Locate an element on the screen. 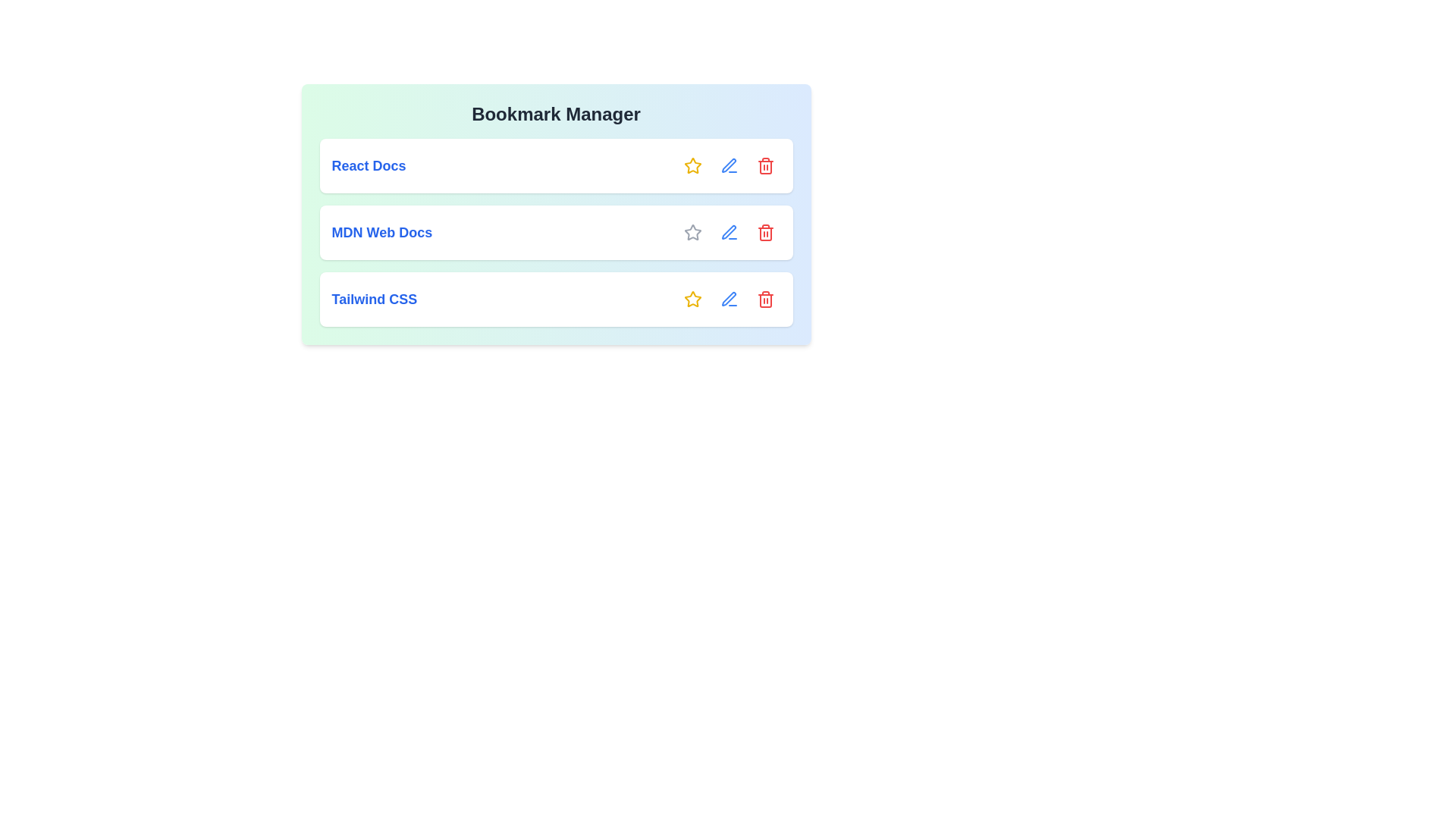  the interactive element React Docs Star to reveal its hover state is located at coordinates (692, 166).